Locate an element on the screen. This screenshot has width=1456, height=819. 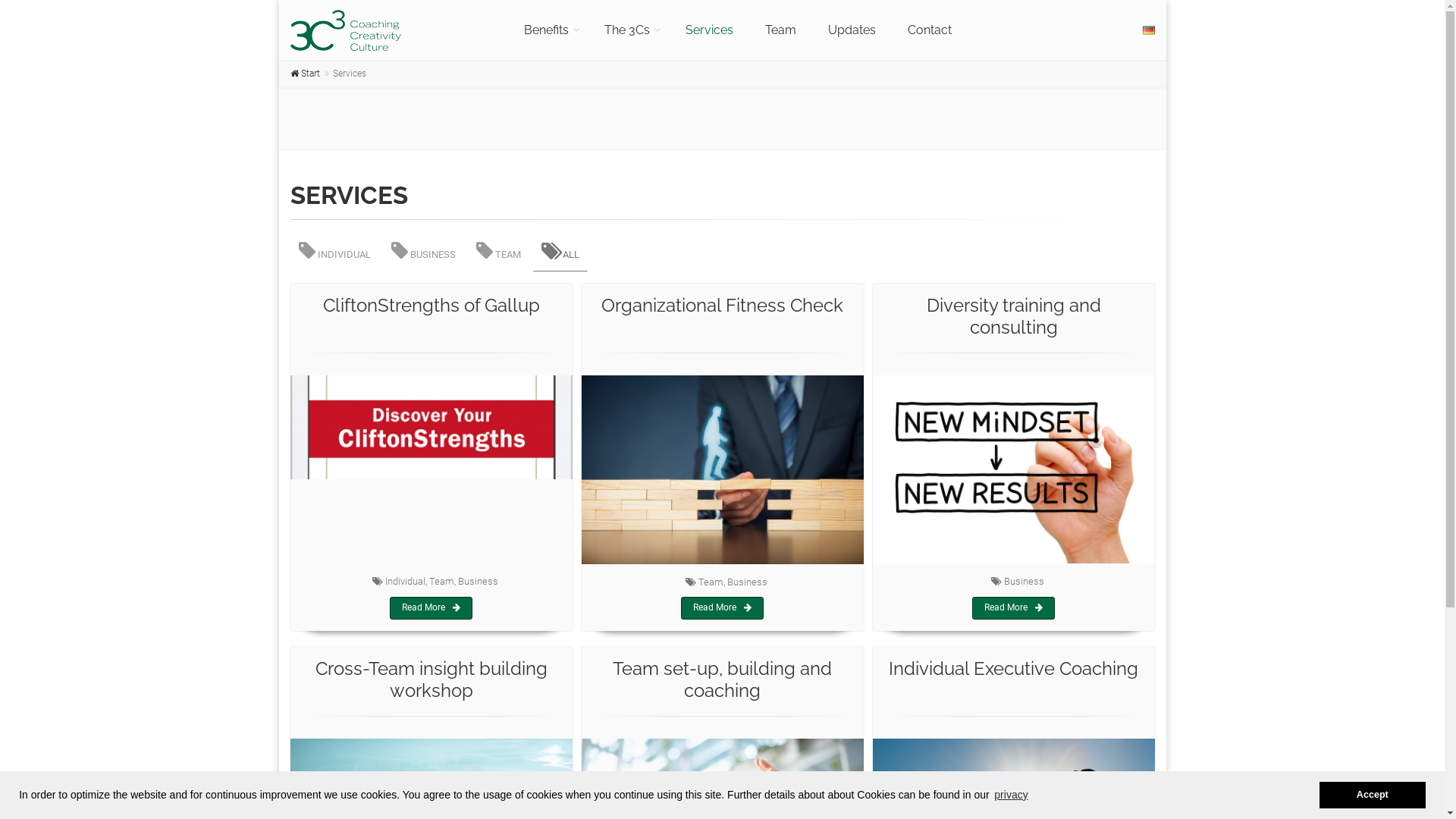
'Start' is located at coordinates (303, 73).